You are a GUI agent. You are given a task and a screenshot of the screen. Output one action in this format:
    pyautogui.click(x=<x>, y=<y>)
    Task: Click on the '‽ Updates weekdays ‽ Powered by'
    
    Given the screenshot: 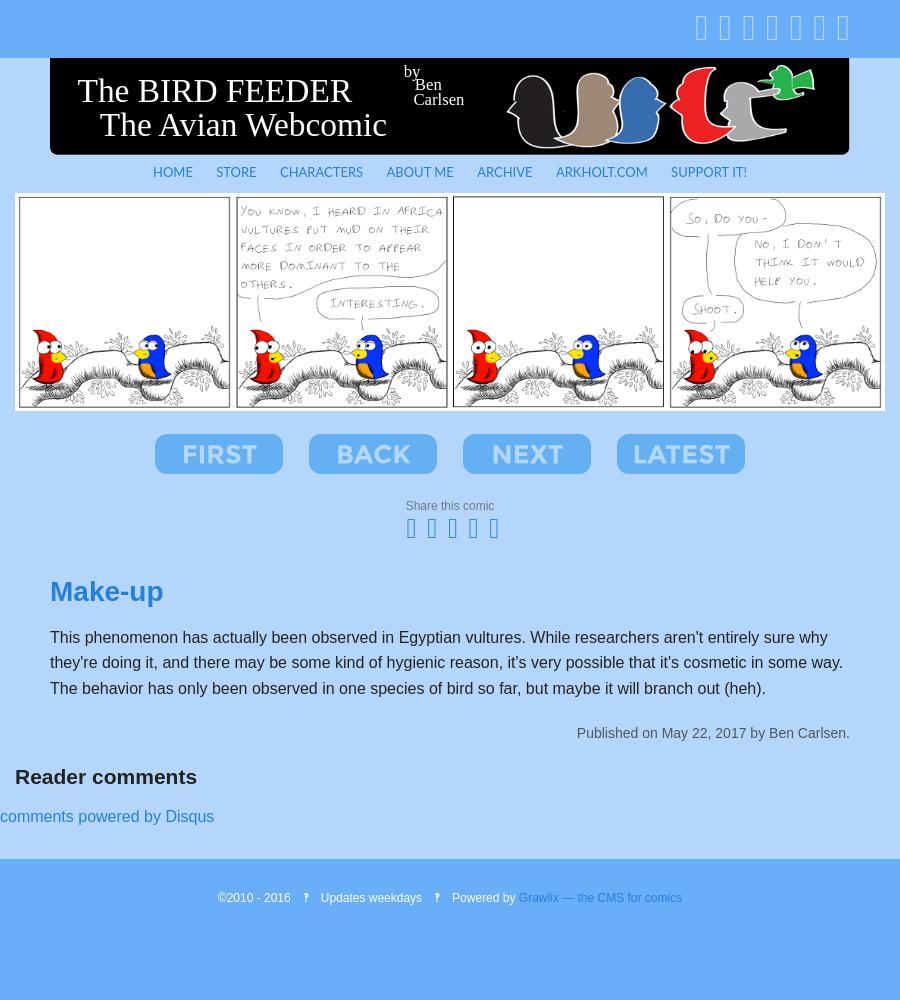 What is the action you would take?
    pyautogui.click(x=404, y=898)
    